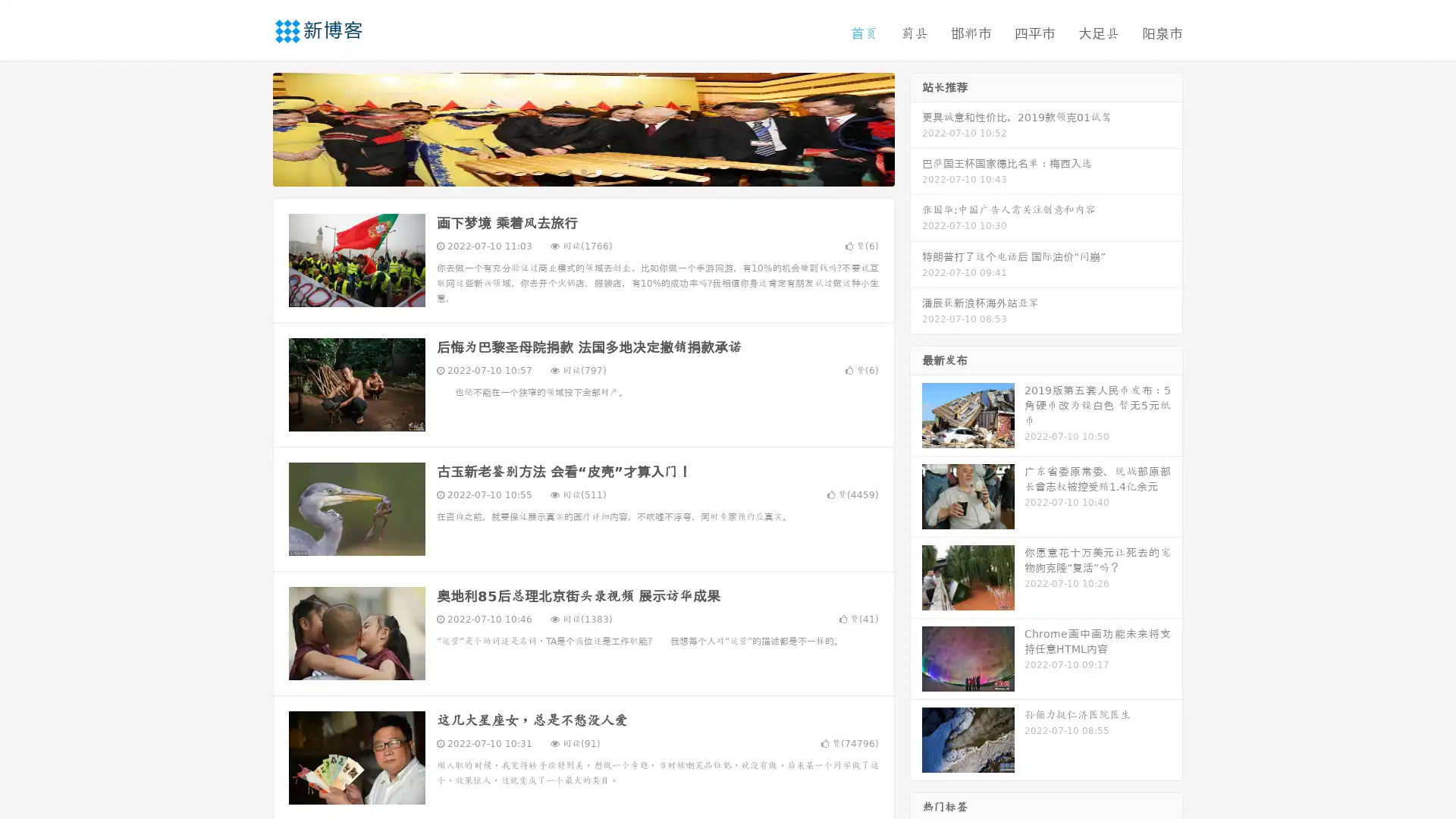 Image resolution: width=1456 pixels, height=819 pixels. Describe the element at coordinates (582, 171) in the screenshot. I see `Go to slide 2` at that location.